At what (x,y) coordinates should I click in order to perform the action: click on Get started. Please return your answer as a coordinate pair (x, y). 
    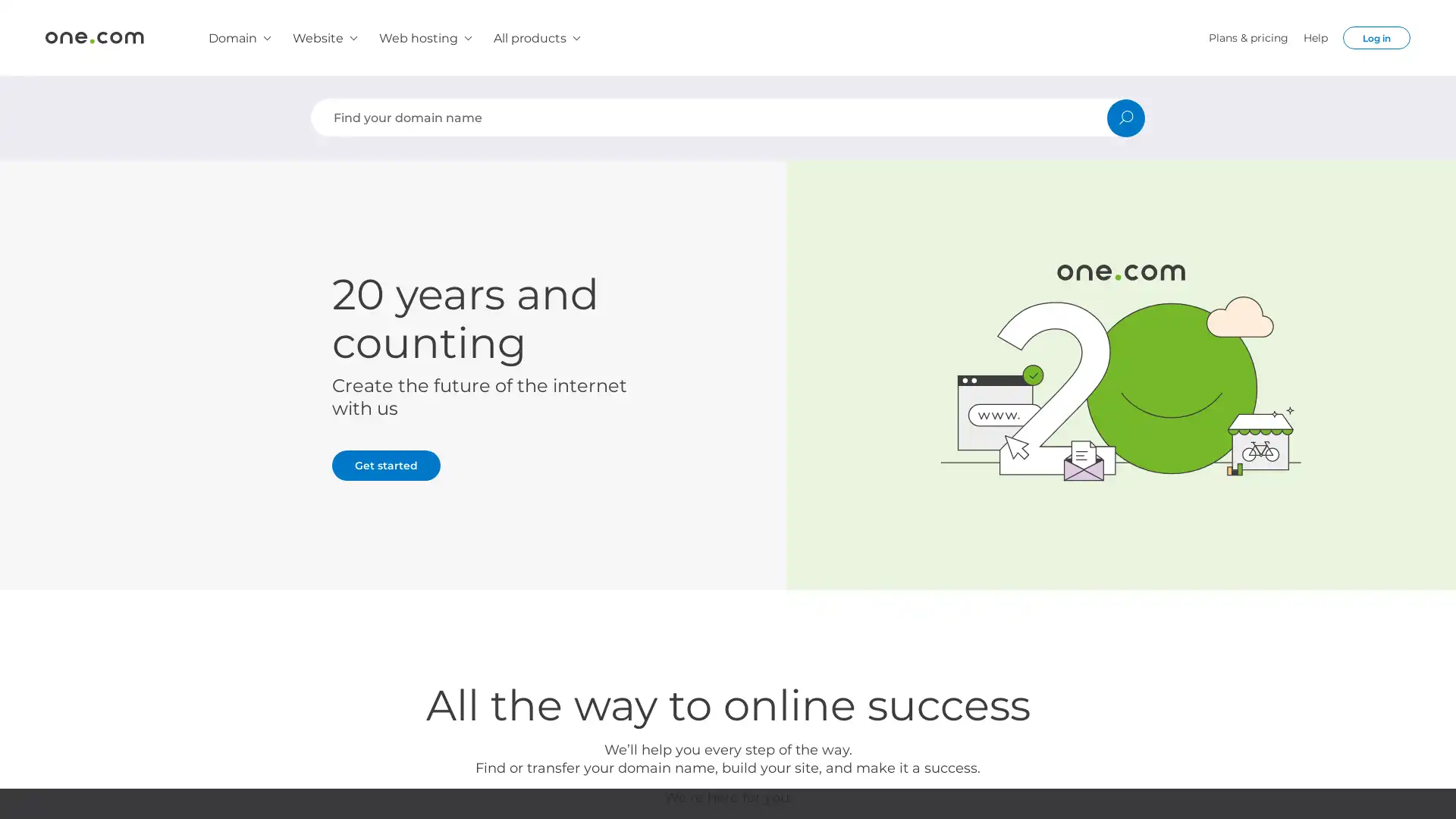
    Looking at the image, I should click on (386, 464).